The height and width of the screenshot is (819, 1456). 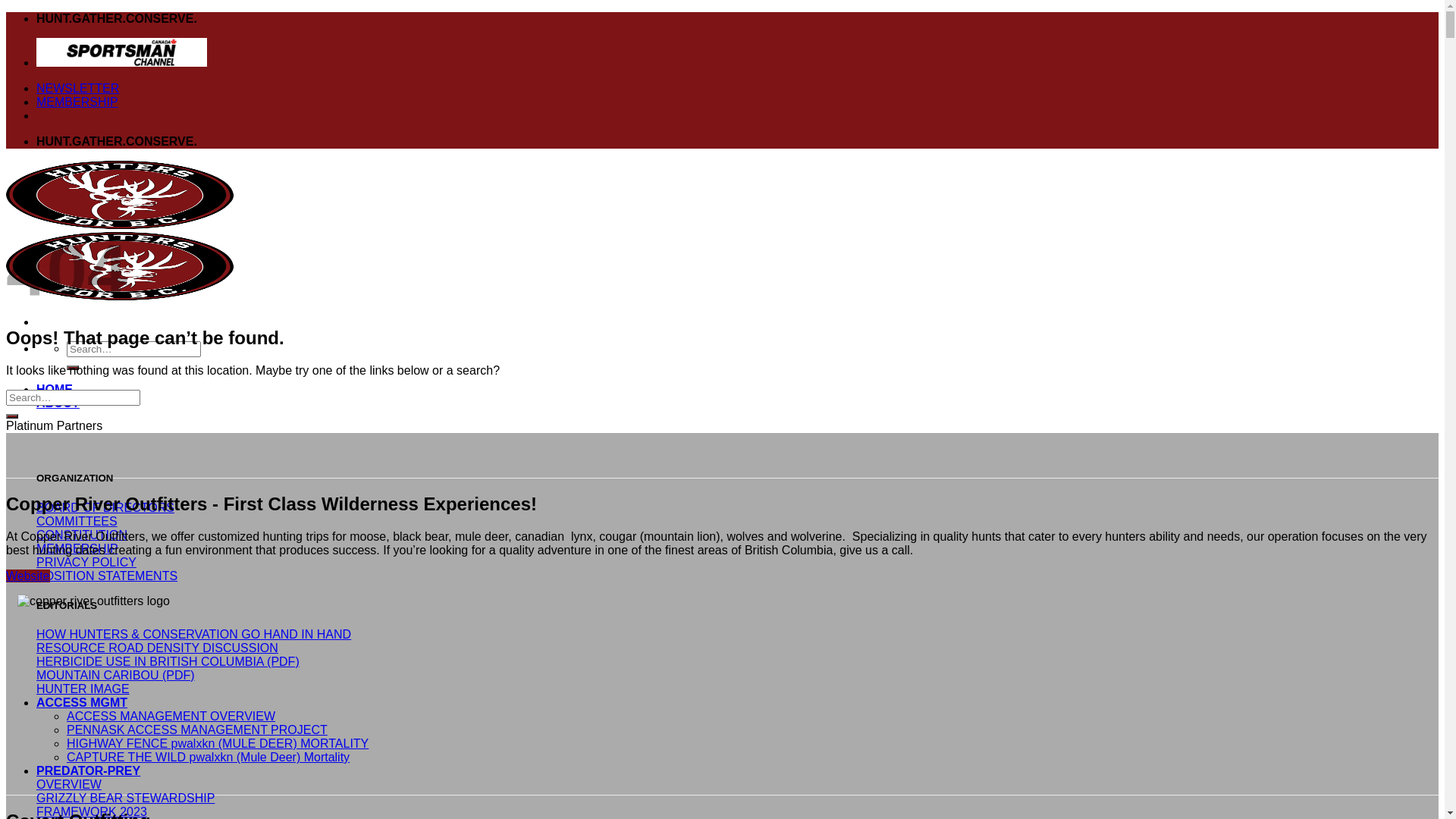 I want to click on 'PRIVACY POLICY', so click(x=36, y=562).